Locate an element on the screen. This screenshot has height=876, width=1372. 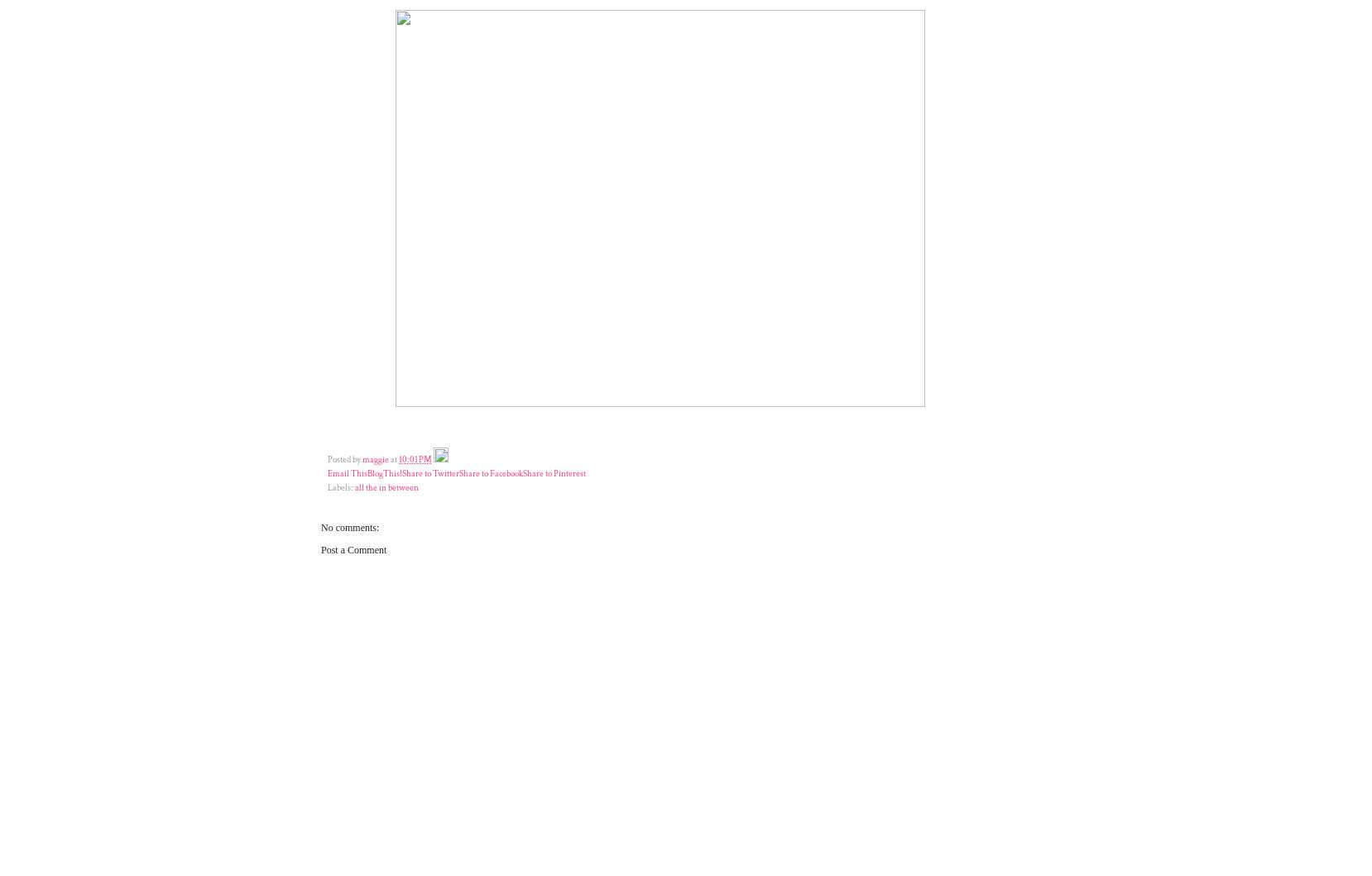
'at' is located at coordinates (395, 458).